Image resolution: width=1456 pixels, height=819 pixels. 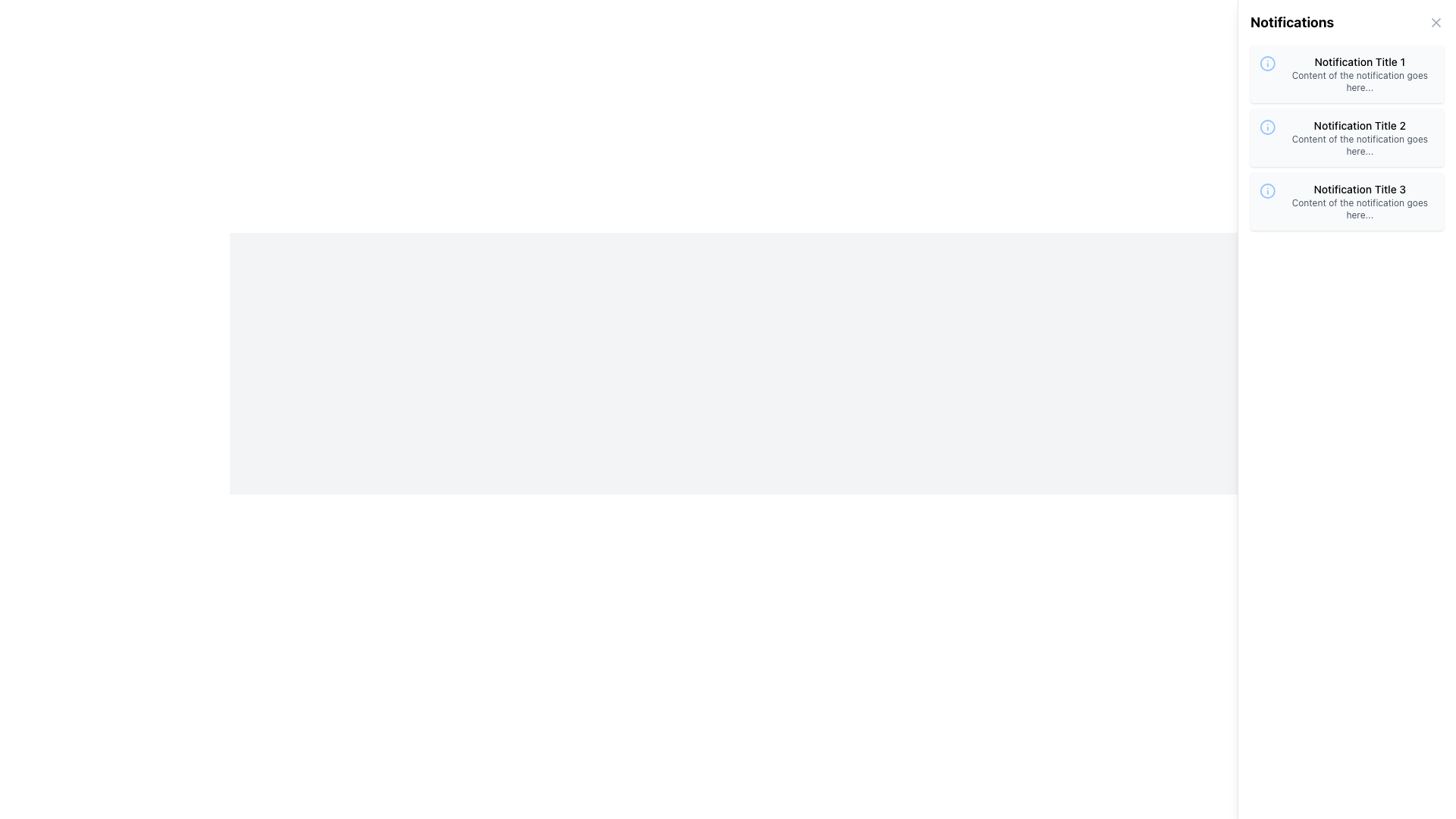 I want to click on the title text label of the notification card located at the top of the sidebar under 'Notifications.', so click(x=1360, y=61).